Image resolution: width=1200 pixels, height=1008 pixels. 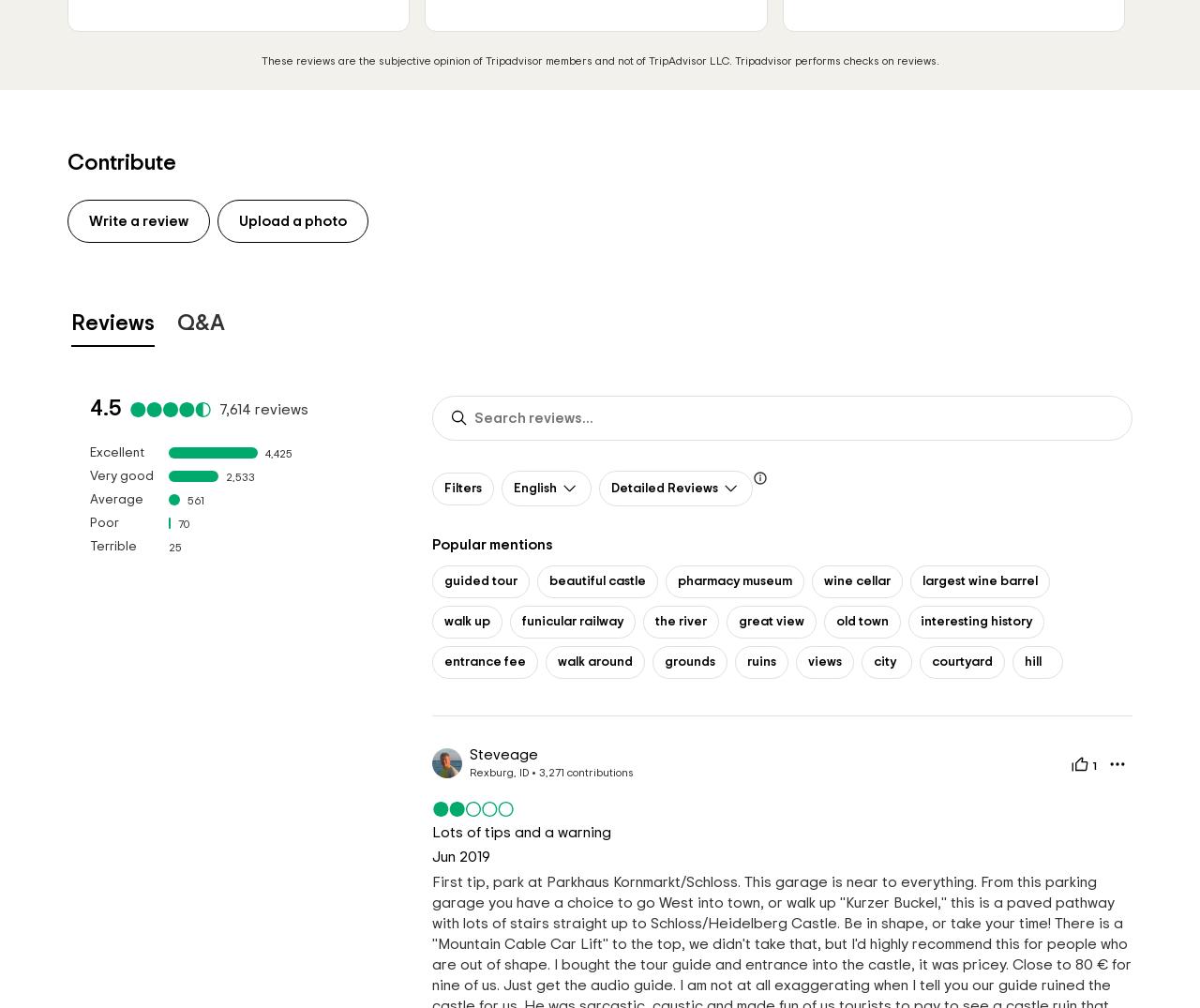 What do you see at coordinates (551, 701) in the screenshot?
I see `'schloss'` at bounding box center [551, 701].